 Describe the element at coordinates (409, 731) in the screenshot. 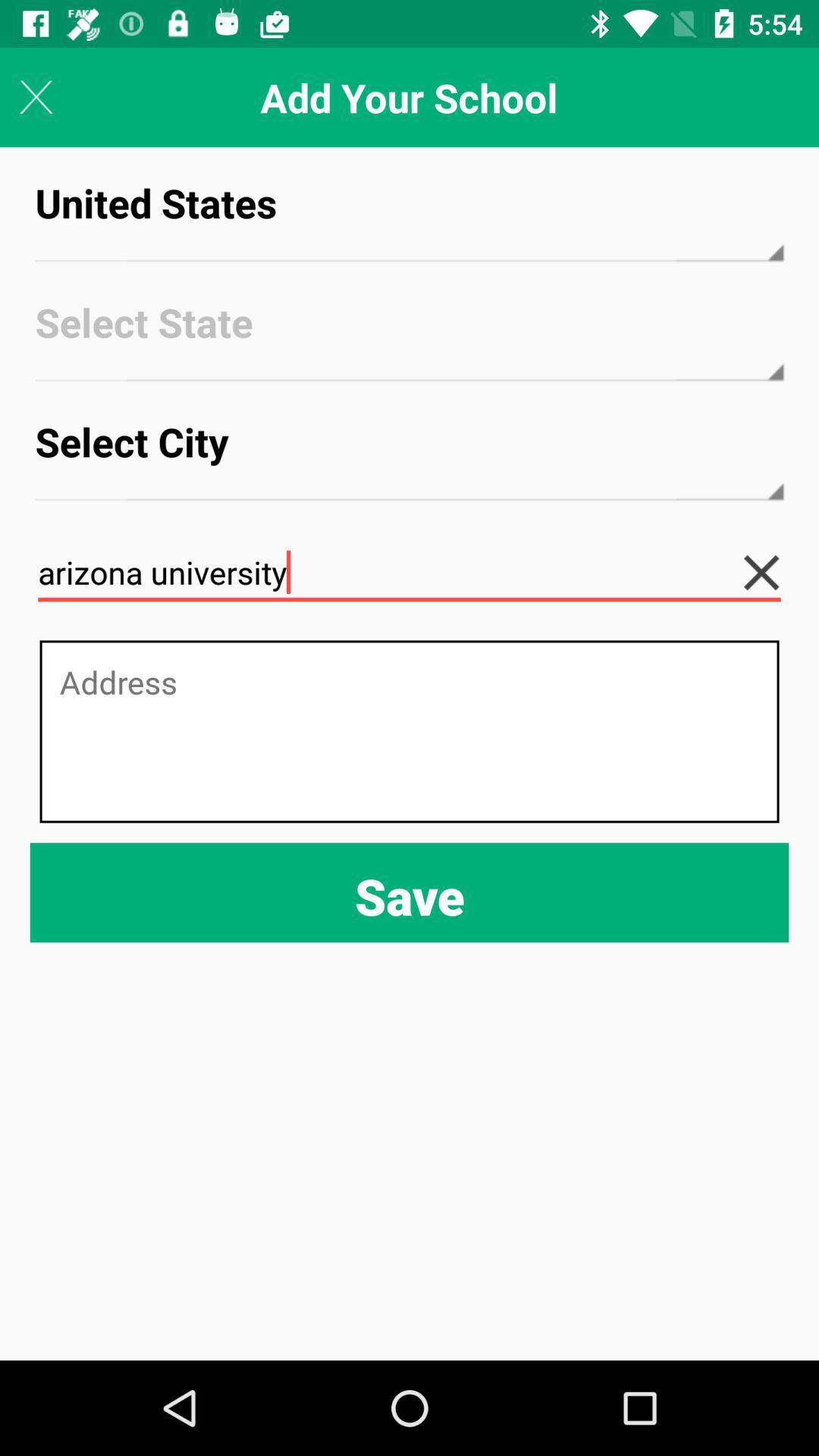

I see `the item below arizona university icon` at that location.